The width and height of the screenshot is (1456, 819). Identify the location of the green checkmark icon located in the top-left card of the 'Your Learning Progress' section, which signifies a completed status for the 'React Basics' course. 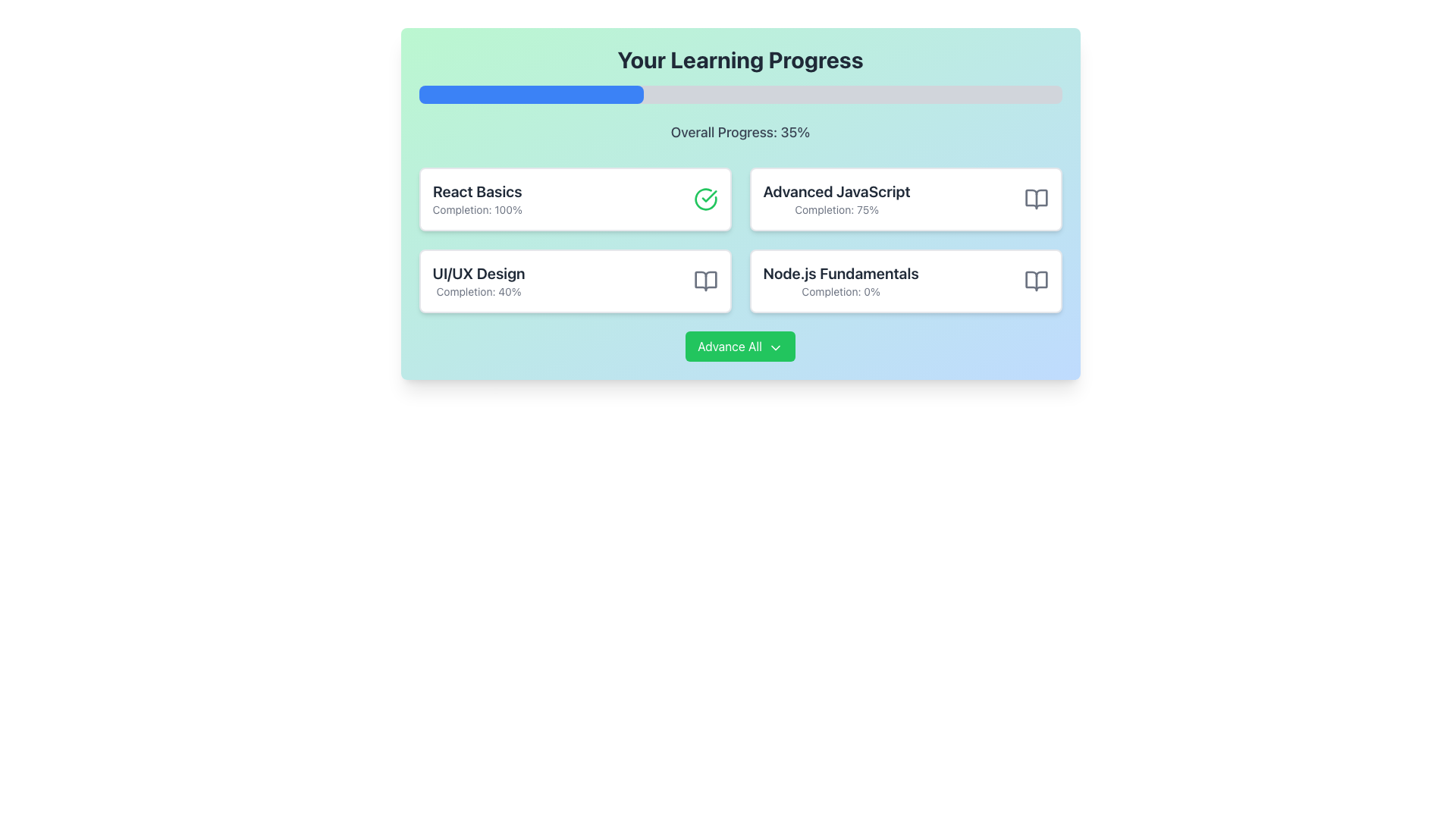
(704, 198).